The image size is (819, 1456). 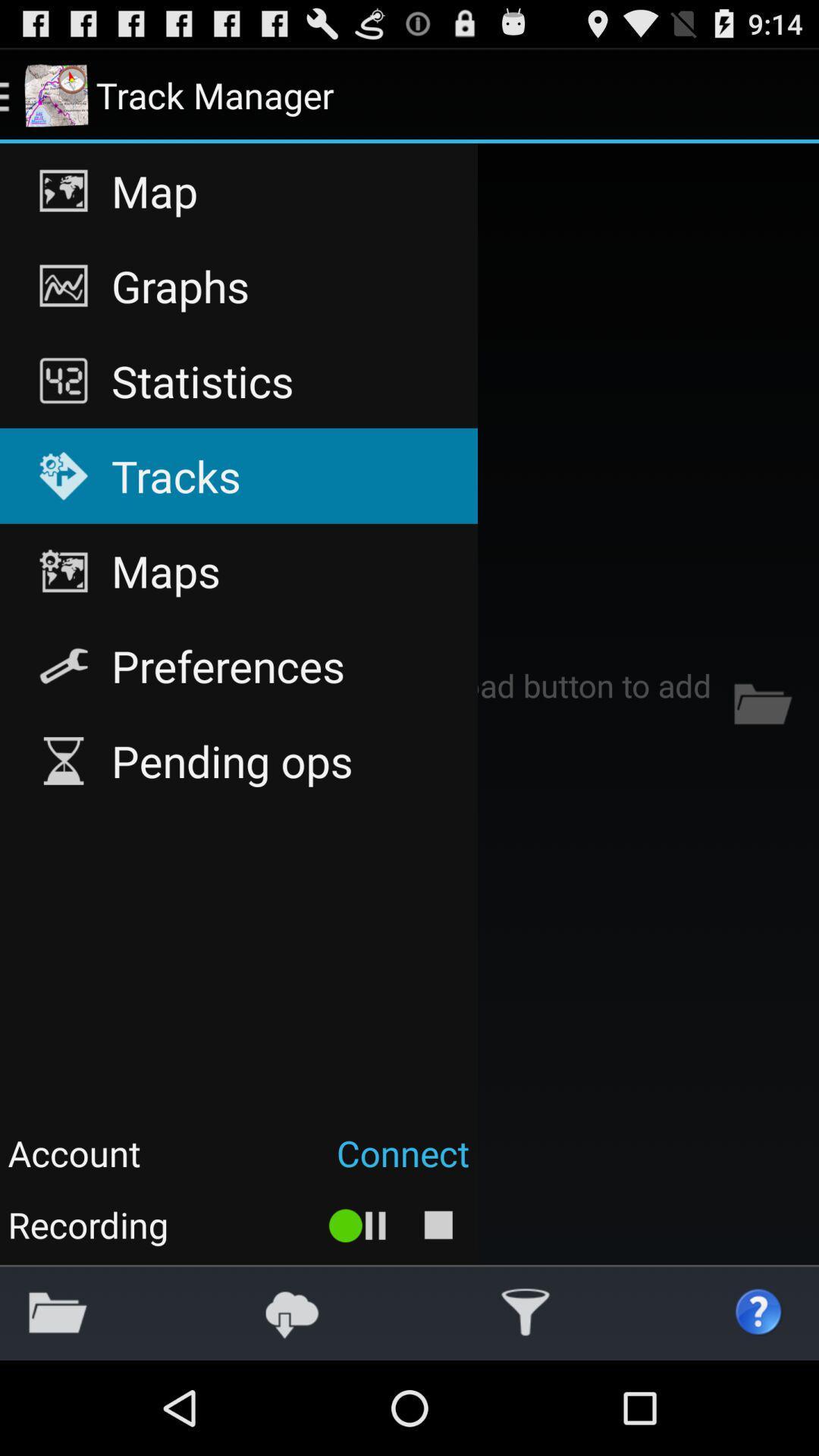 What do you see at coordinates (358, 1225) in the screenshot?
I see `item next to recording icon` at bounding box center [358, 1225].